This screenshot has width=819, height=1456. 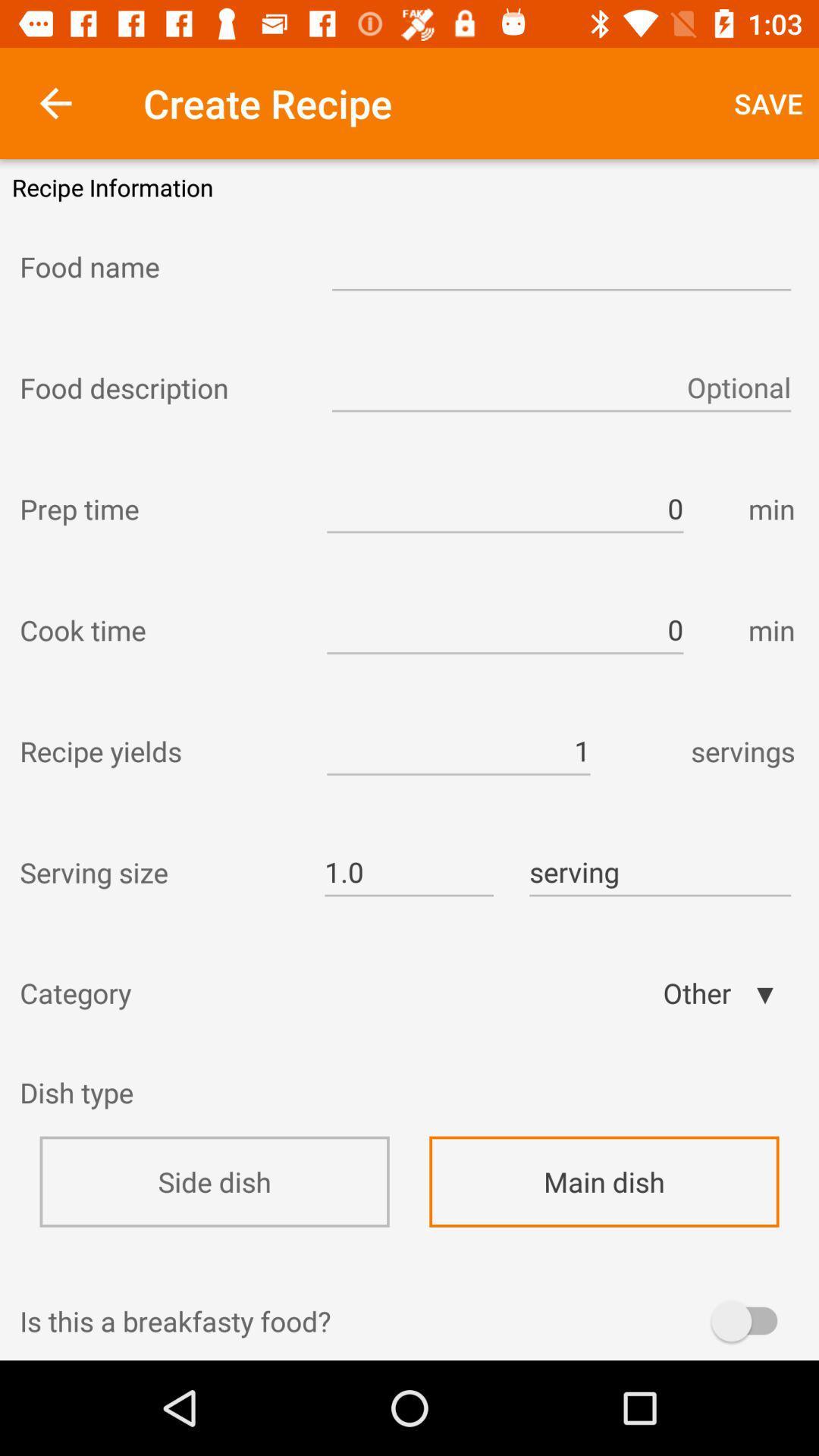 I want to click on icon below side dish icon, so click(x=409, y=1273).